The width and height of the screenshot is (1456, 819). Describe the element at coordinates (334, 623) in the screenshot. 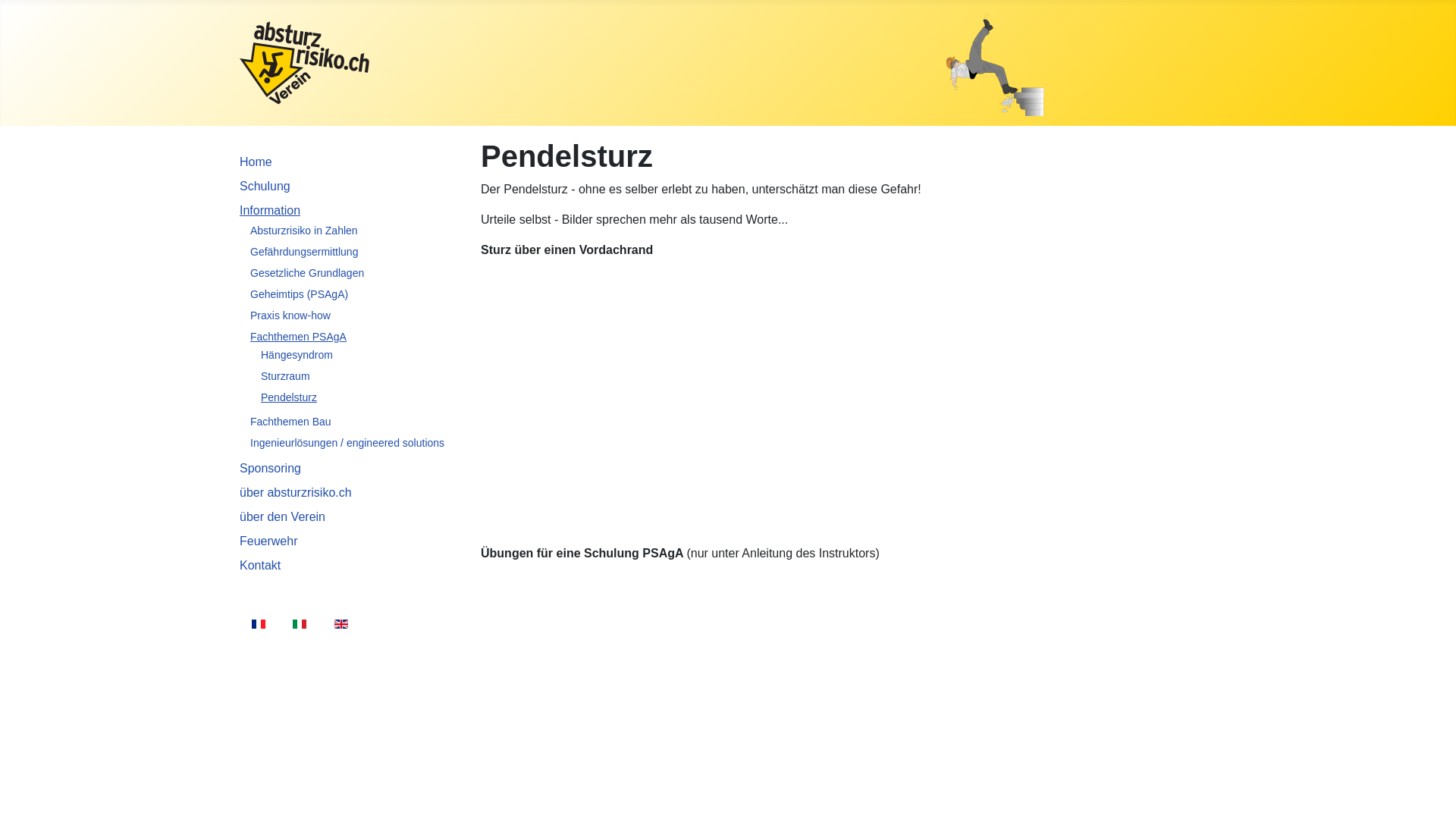

I see `'English (UK)'` at that location.